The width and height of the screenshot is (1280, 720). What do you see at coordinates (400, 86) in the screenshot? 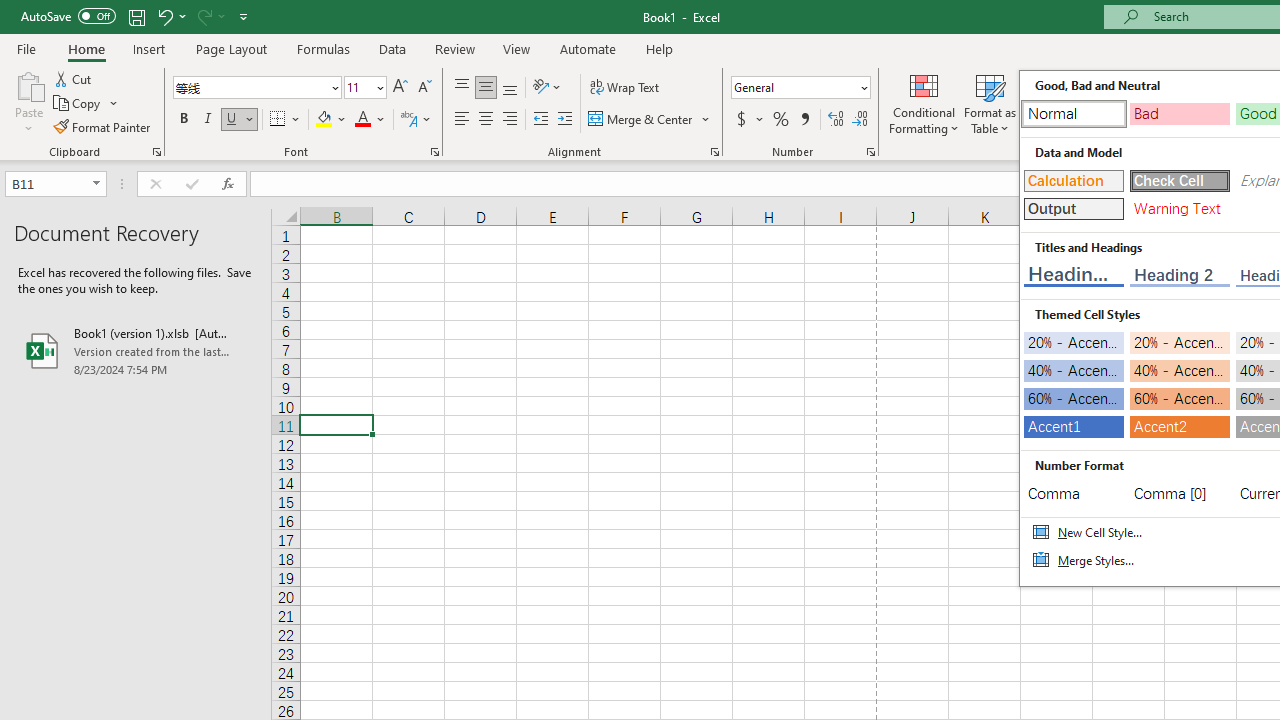
I see `'Increase Font Size'` at bounding box center [400, 86].